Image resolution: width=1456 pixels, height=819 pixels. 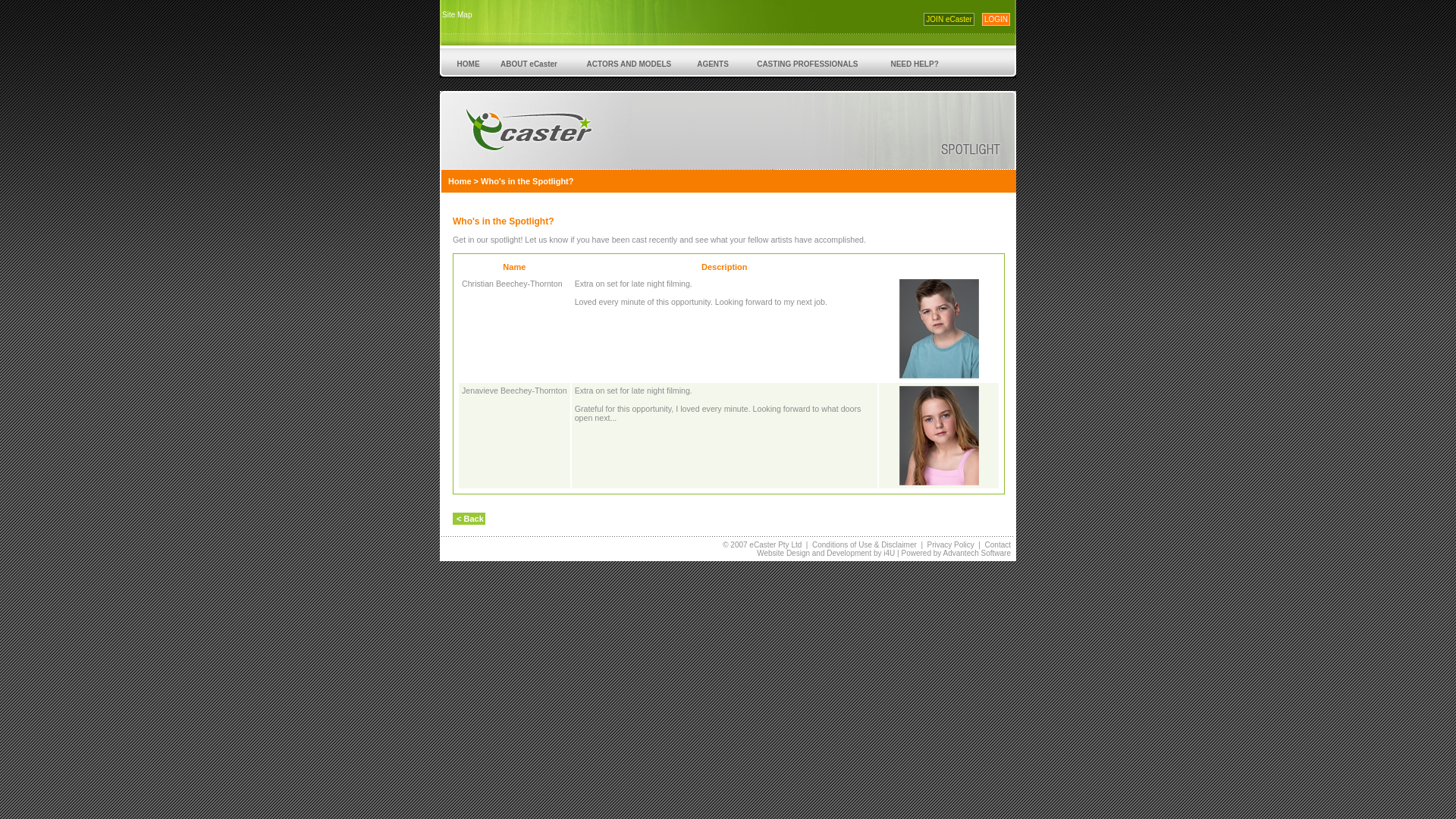 I want to click on ' HOME ', so click(x=467, y=62).